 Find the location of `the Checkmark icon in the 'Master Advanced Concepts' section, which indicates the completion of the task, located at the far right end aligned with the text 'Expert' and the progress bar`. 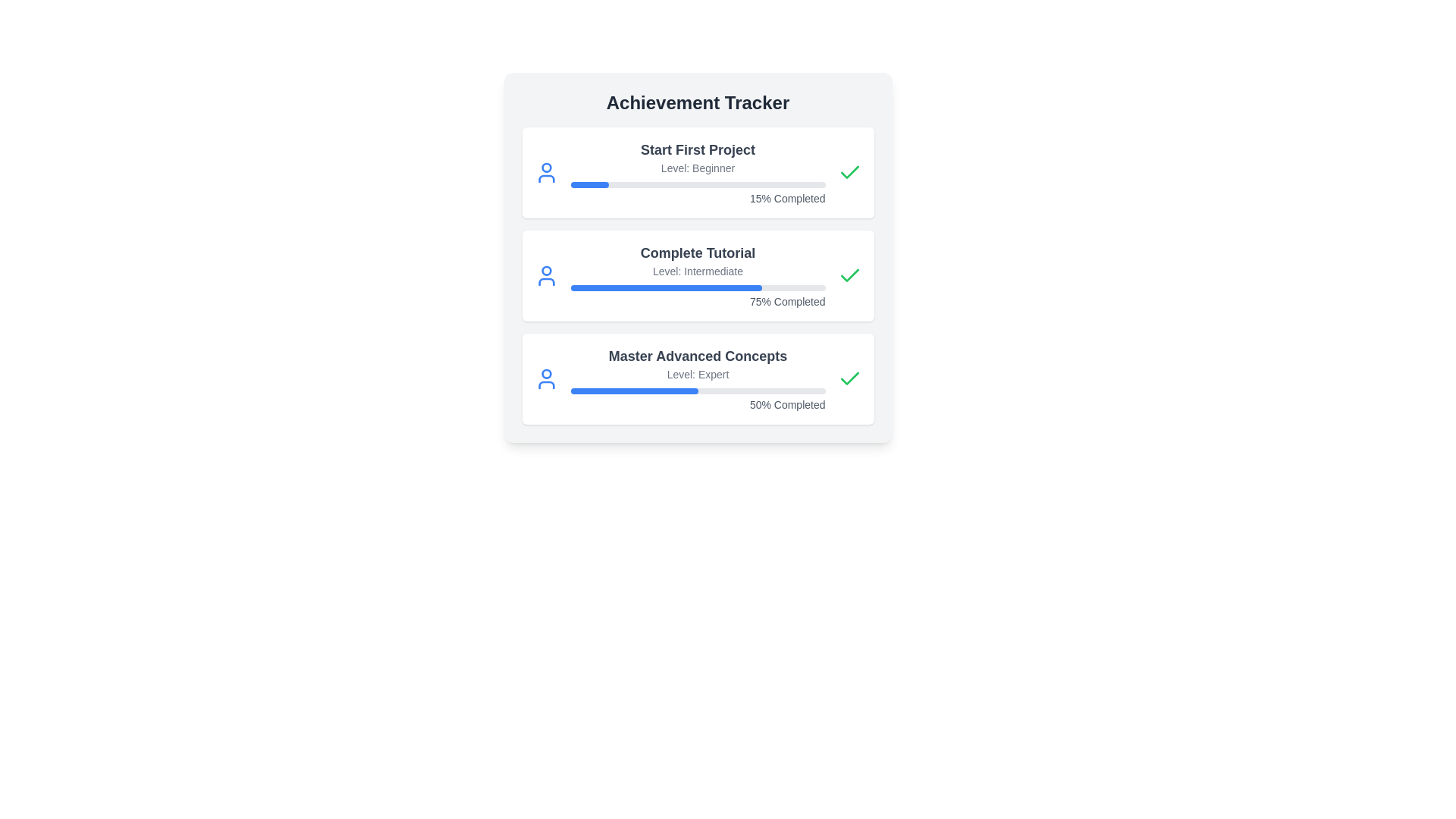

the Checkmark icon in the 'Master Advanced Concepts' section, which indicates the completion of the task, located at the far right end aligned with the text 'Expert' and the progress bar is located at coordinates (849, 378).